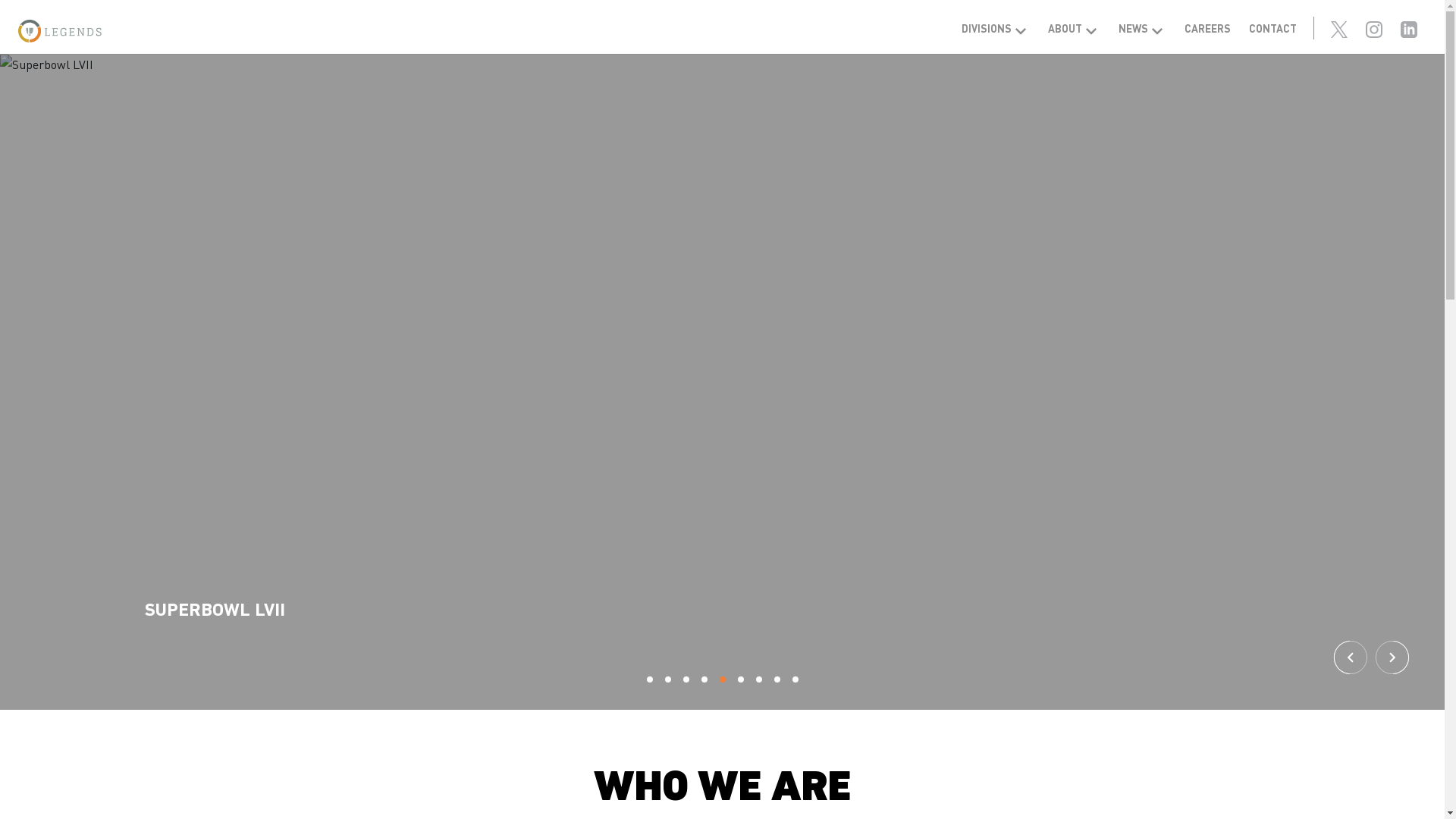 This screenshot has width=1456, height=819. Describe the element at coordinates (1073, 28) in the screenshot. I see `'ABOUT'` at that location.